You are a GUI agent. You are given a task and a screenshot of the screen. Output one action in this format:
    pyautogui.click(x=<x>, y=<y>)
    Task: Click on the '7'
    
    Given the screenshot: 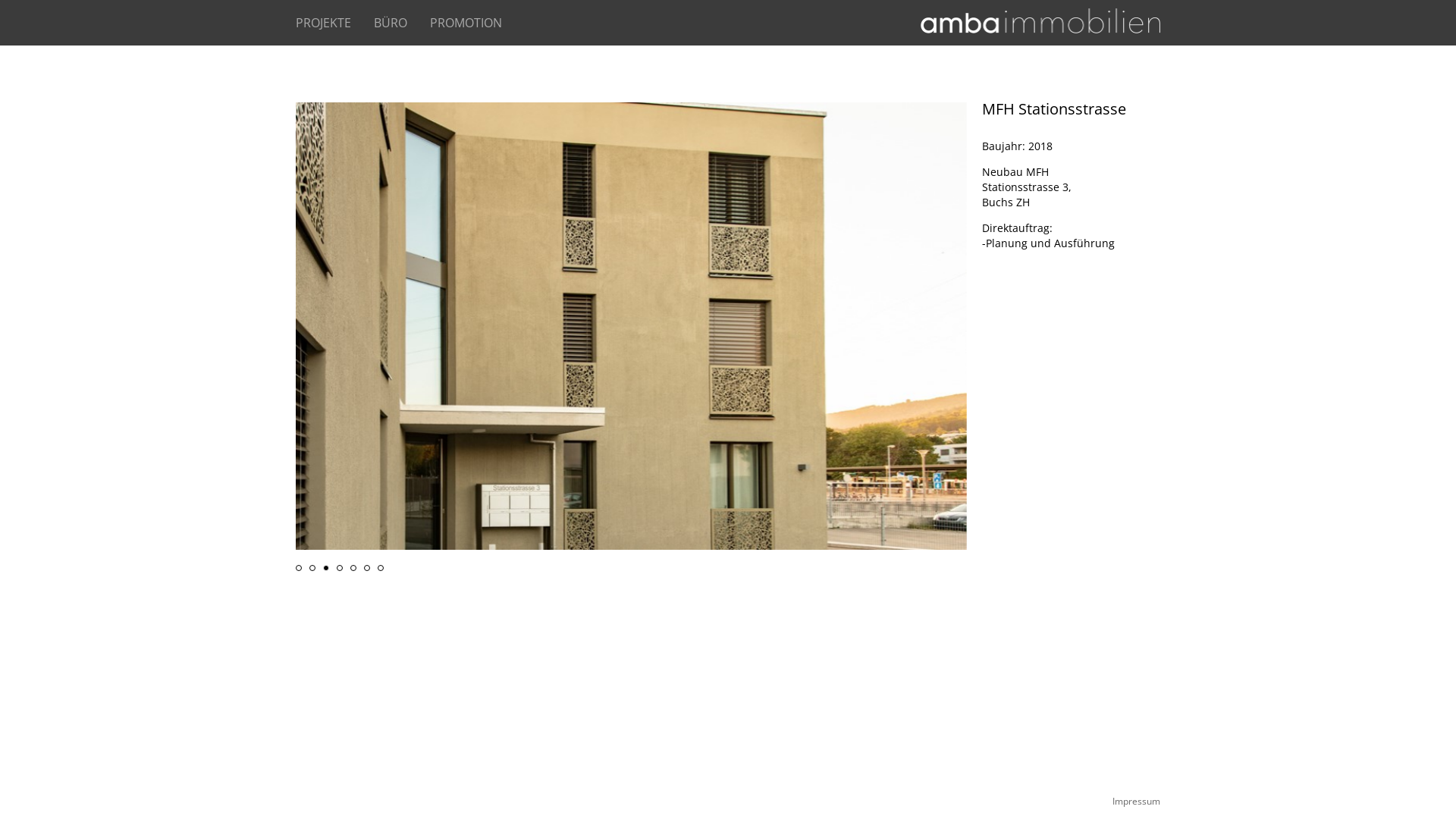 What is the action you would take?
    pyautogui.click(x=381, y=567)
    